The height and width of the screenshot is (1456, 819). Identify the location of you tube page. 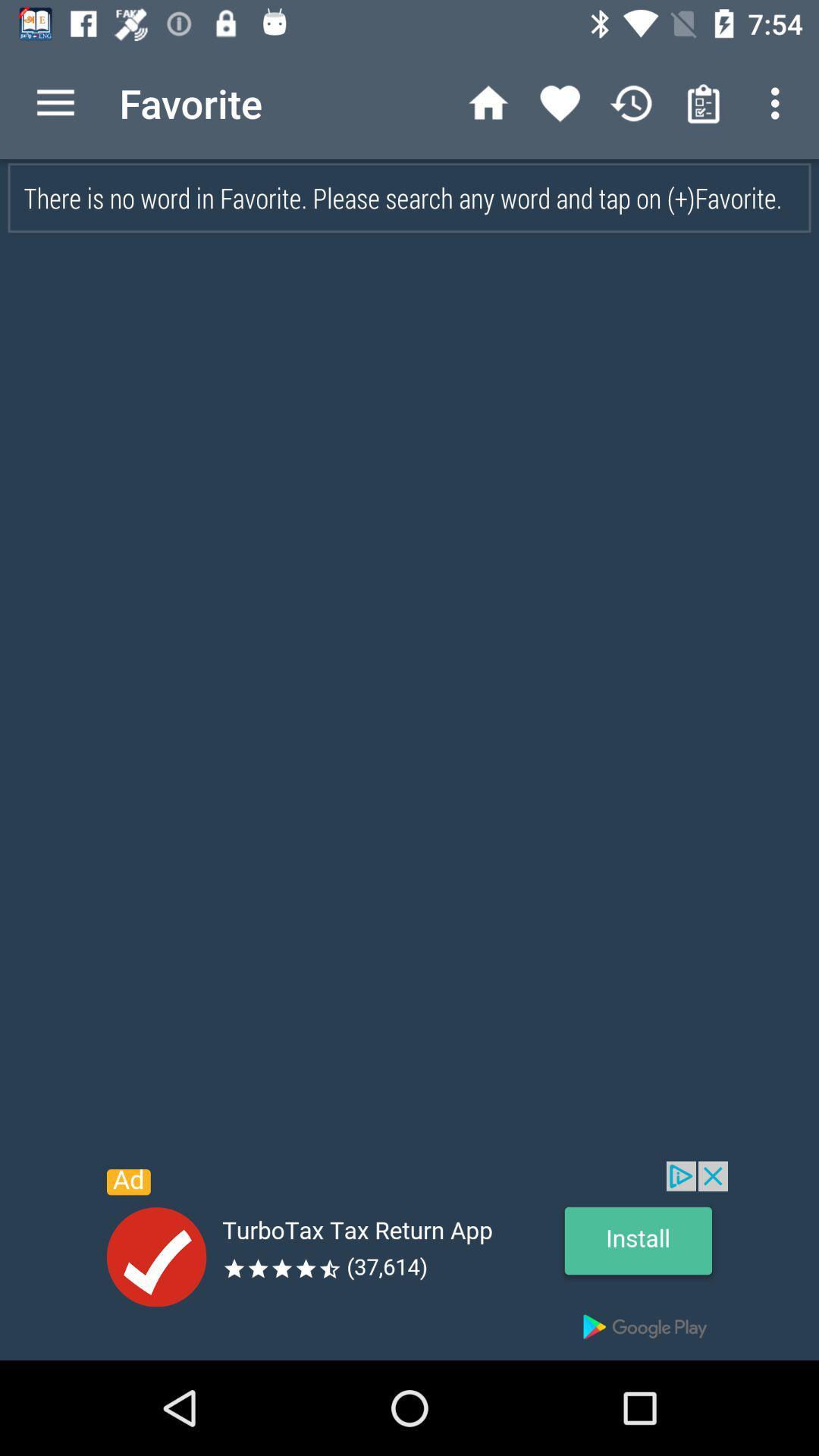
(409, 1260).